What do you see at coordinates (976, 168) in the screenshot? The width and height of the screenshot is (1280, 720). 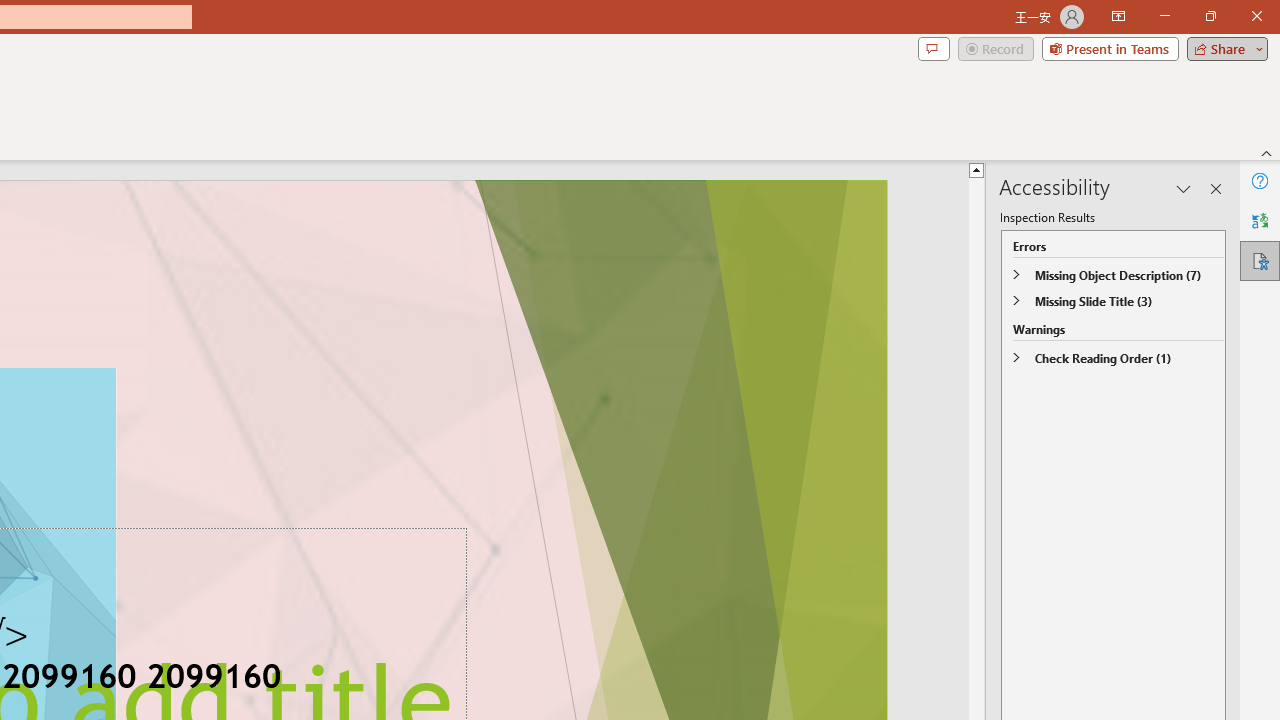 I see `'Line up'` at bounding box center [976, 168].